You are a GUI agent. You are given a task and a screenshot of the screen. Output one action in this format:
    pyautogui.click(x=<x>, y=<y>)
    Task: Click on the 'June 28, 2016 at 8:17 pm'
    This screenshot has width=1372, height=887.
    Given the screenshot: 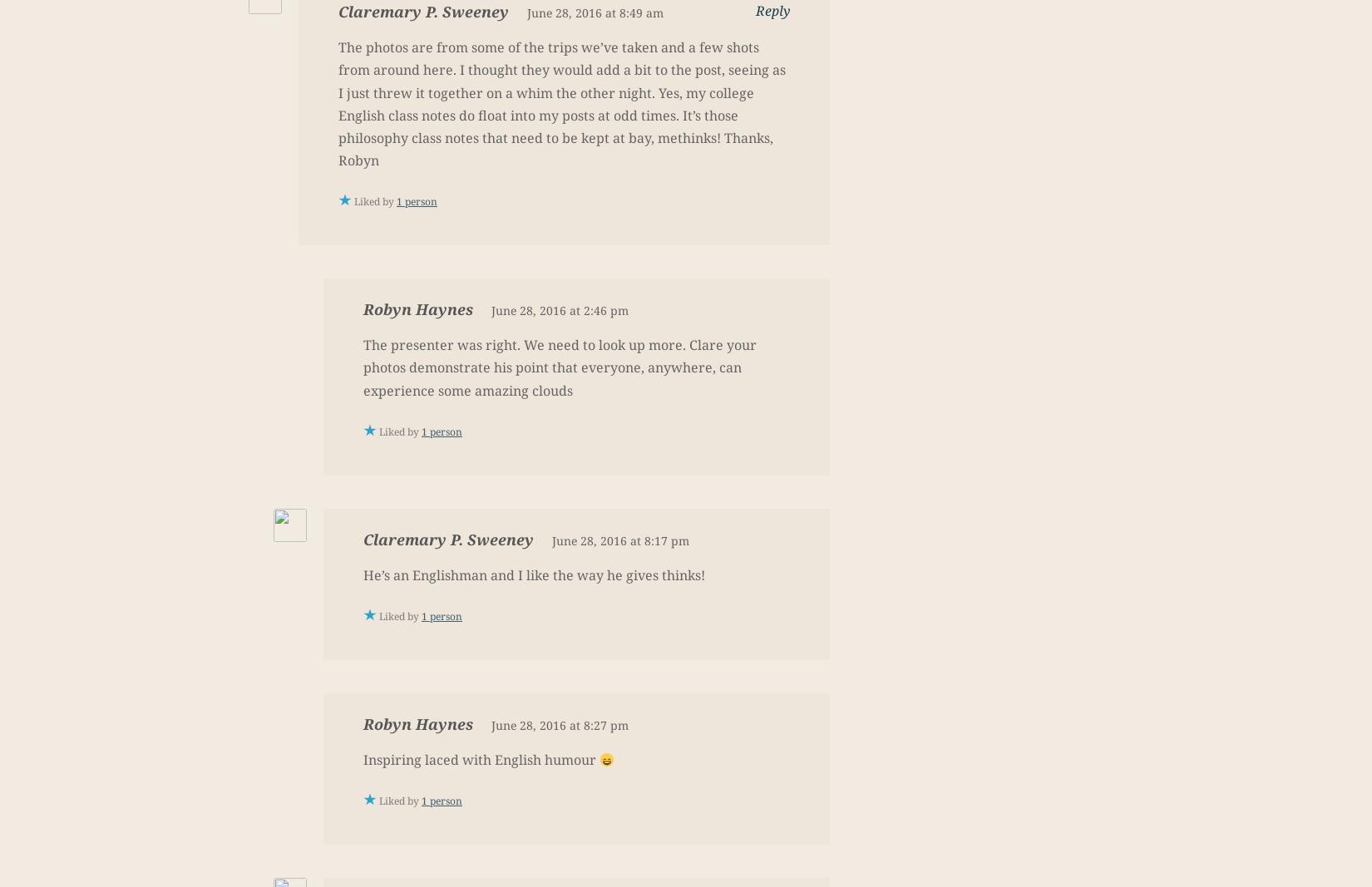 What is the action you would take?
    pyautogui.click(x=619, y=540)
    